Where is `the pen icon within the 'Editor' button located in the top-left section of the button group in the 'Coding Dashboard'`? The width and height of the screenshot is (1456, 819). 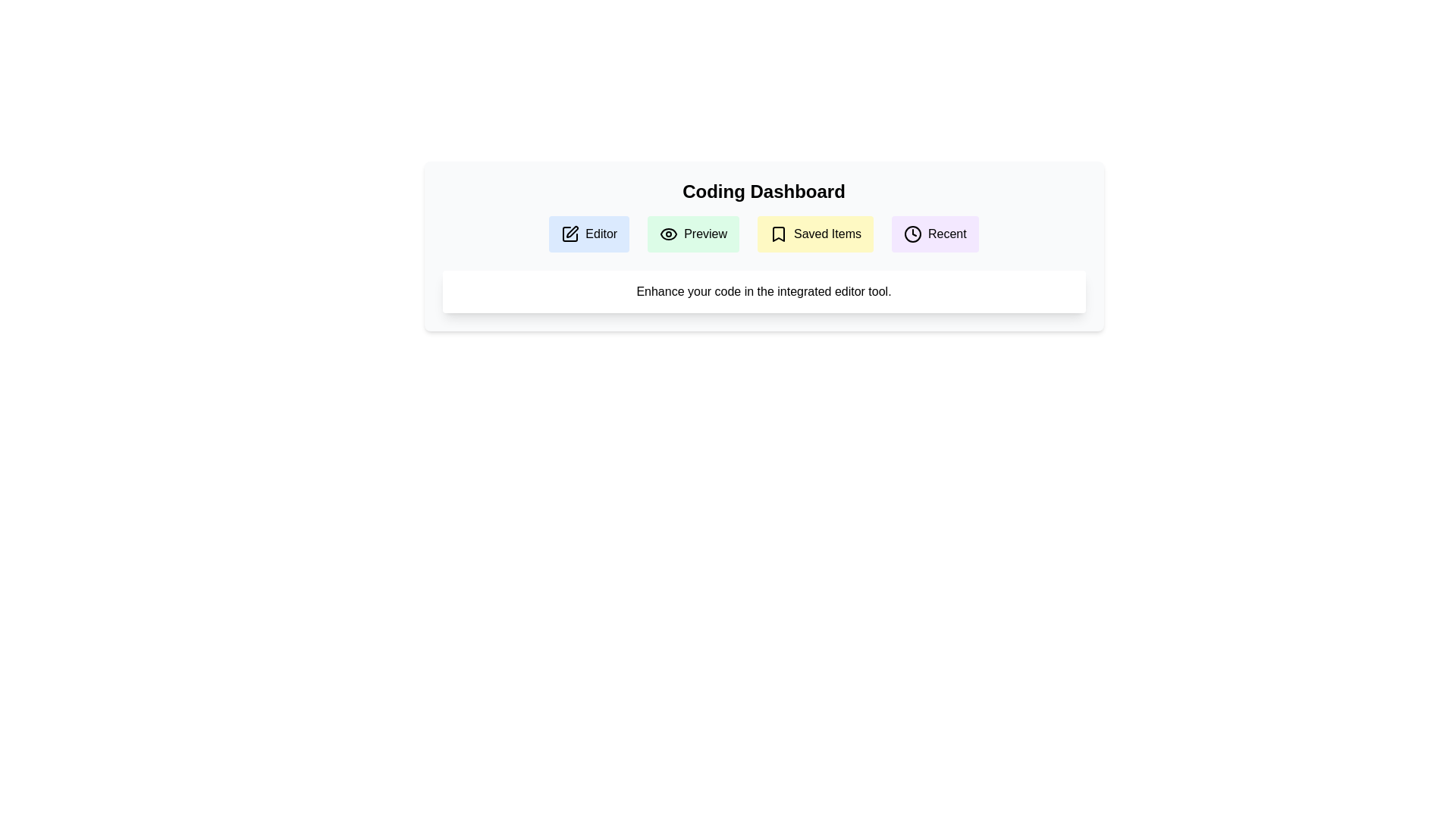
the pen icon within the 'Editor' button located in the top-left section of the button group in the 'Coding Dashboard' is located at coordinates (570, 234).